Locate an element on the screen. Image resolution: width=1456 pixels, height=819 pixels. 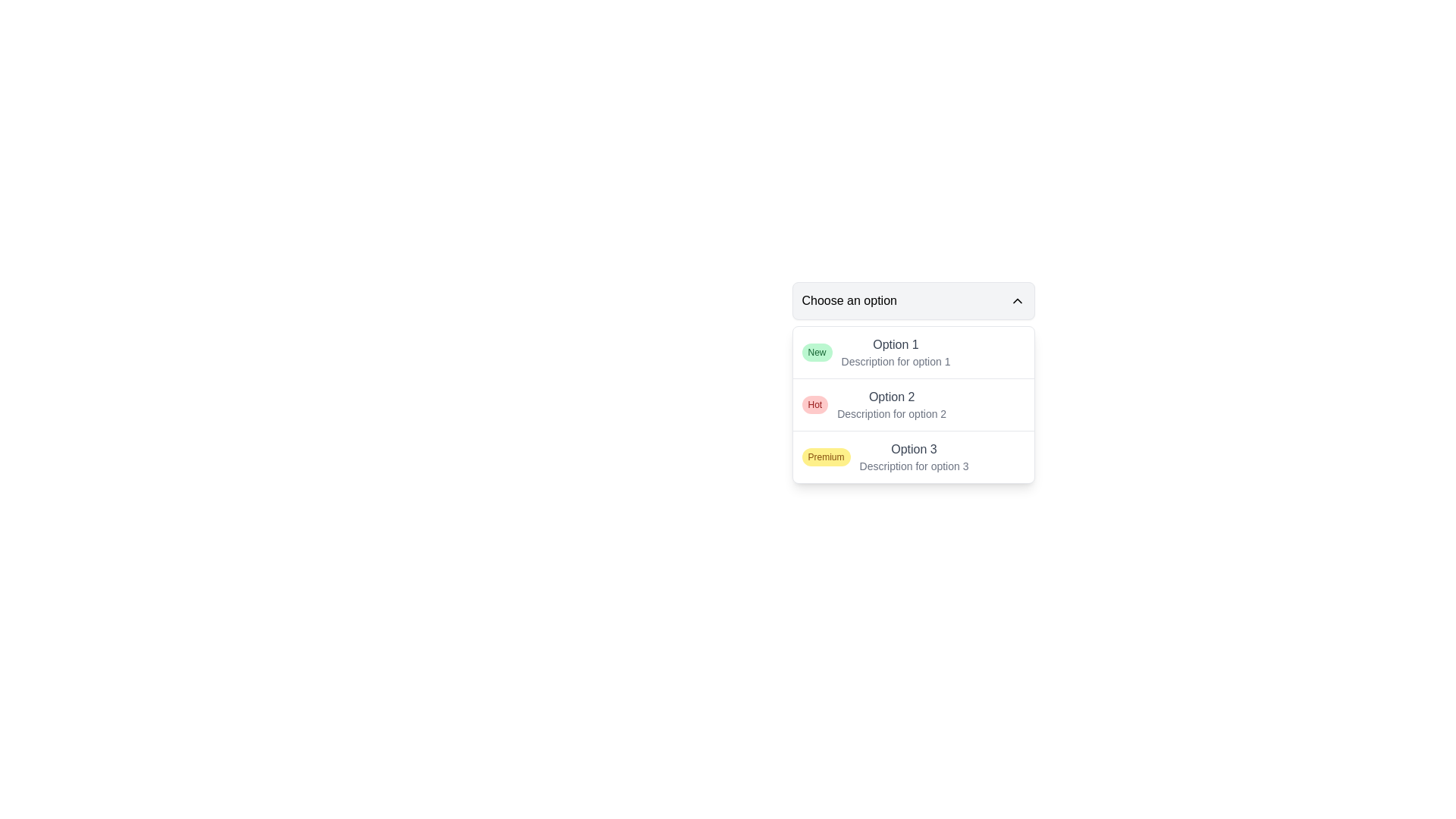
the List item labeled 'Option 2' with the description 'Description for option 2' is located at coordinates (892, 403).